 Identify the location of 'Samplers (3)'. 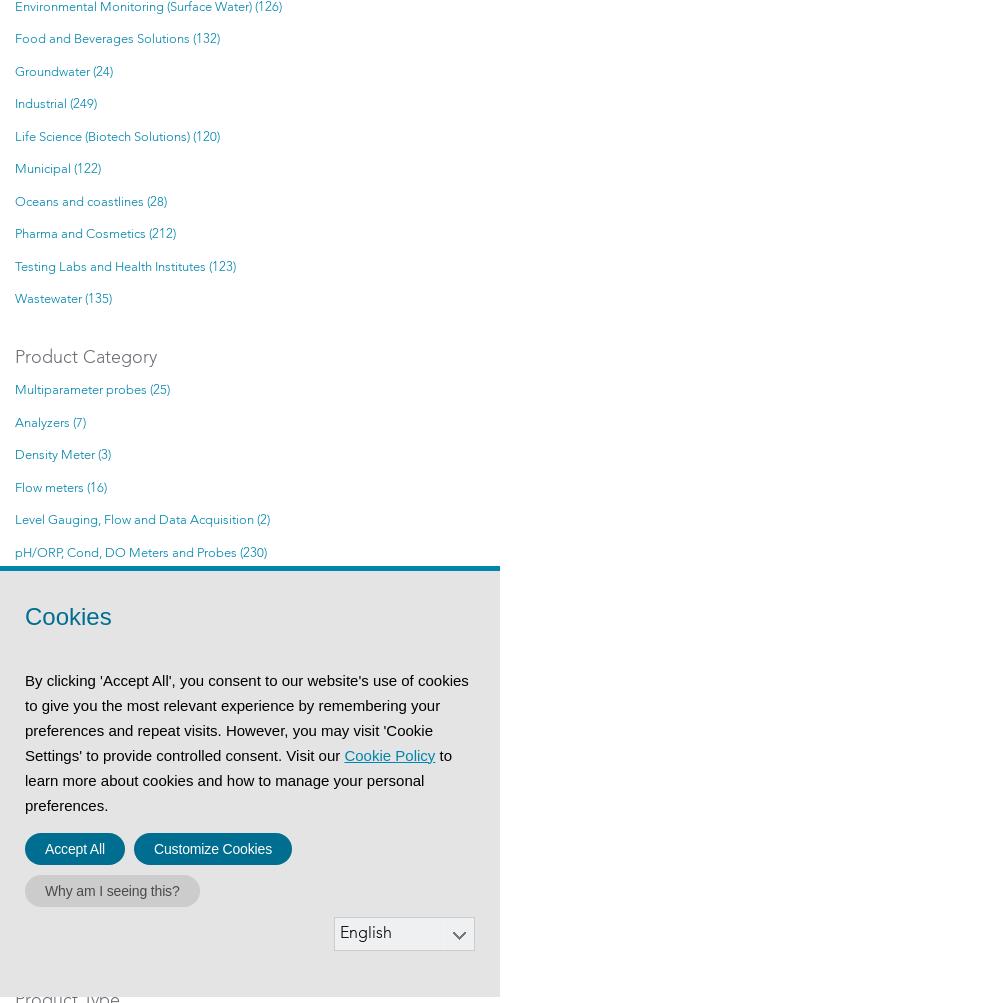
(49, 746).